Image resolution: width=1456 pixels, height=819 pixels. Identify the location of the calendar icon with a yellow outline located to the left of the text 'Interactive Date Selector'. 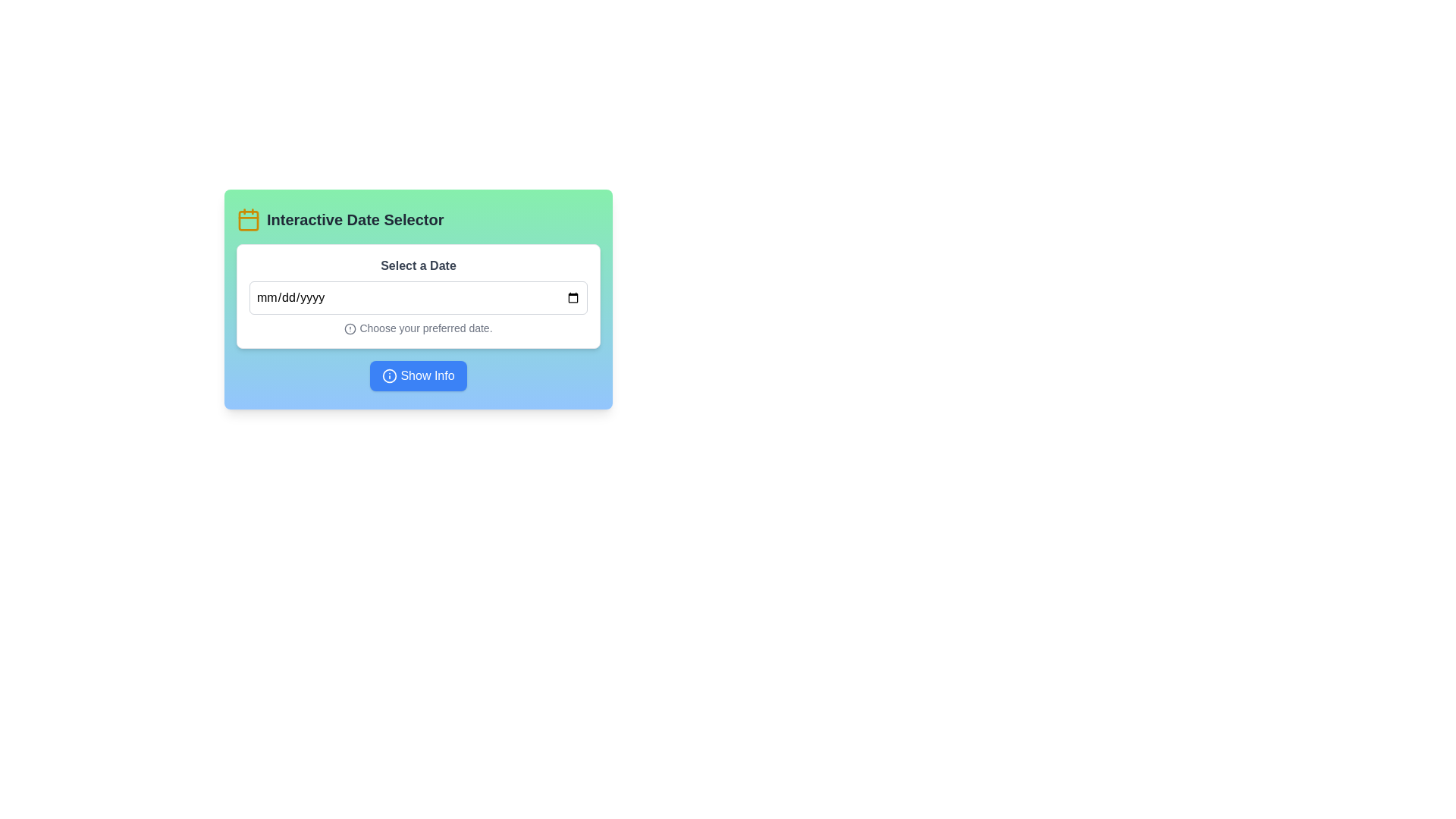
(248, 219).